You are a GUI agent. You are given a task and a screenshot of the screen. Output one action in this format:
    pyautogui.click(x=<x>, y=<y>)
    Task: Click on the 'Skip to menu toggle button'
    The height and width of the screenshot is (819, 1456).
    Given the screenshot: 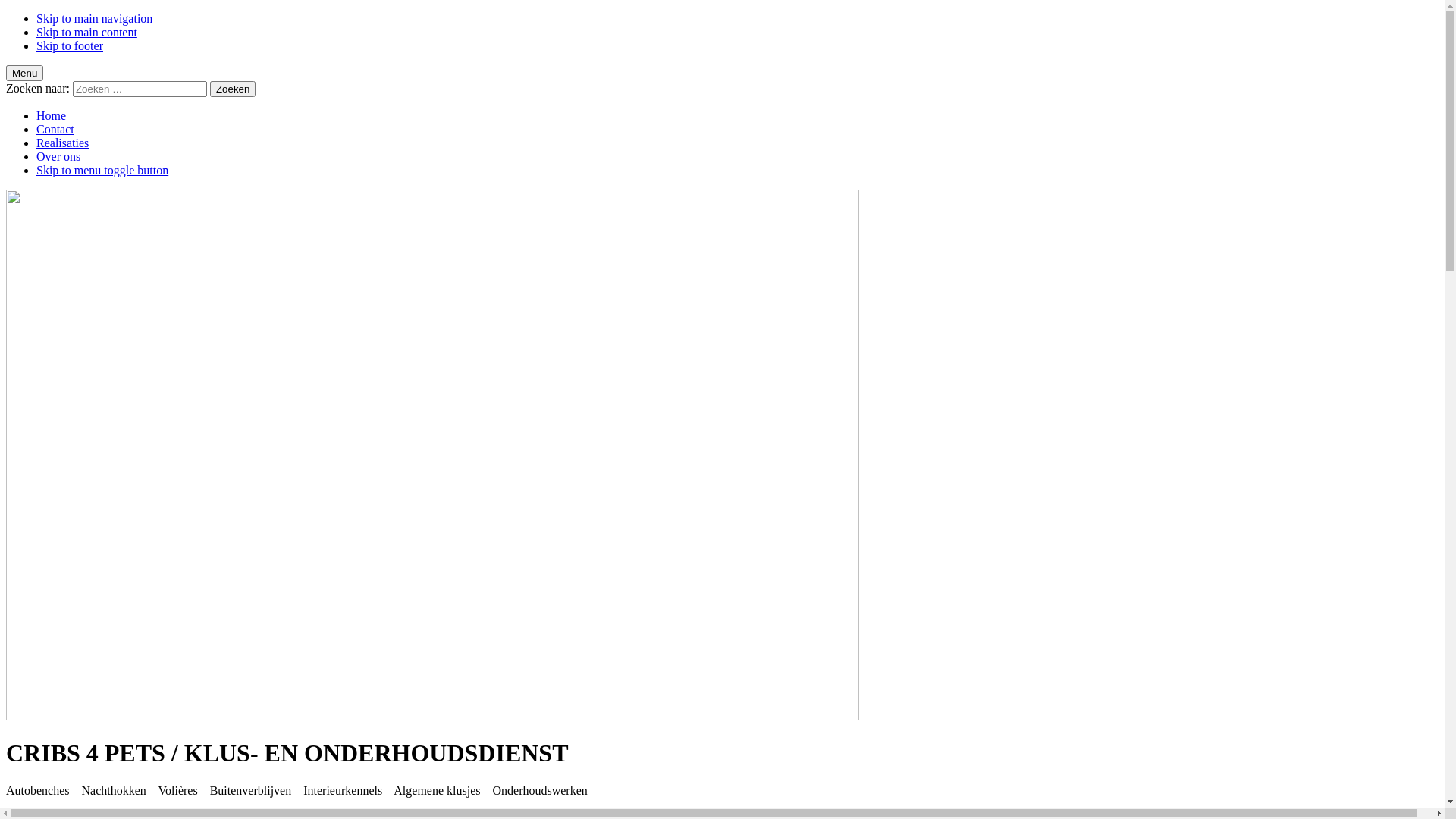 What is the action you would take?
    pyautogui.click(x=101, y=170)
    